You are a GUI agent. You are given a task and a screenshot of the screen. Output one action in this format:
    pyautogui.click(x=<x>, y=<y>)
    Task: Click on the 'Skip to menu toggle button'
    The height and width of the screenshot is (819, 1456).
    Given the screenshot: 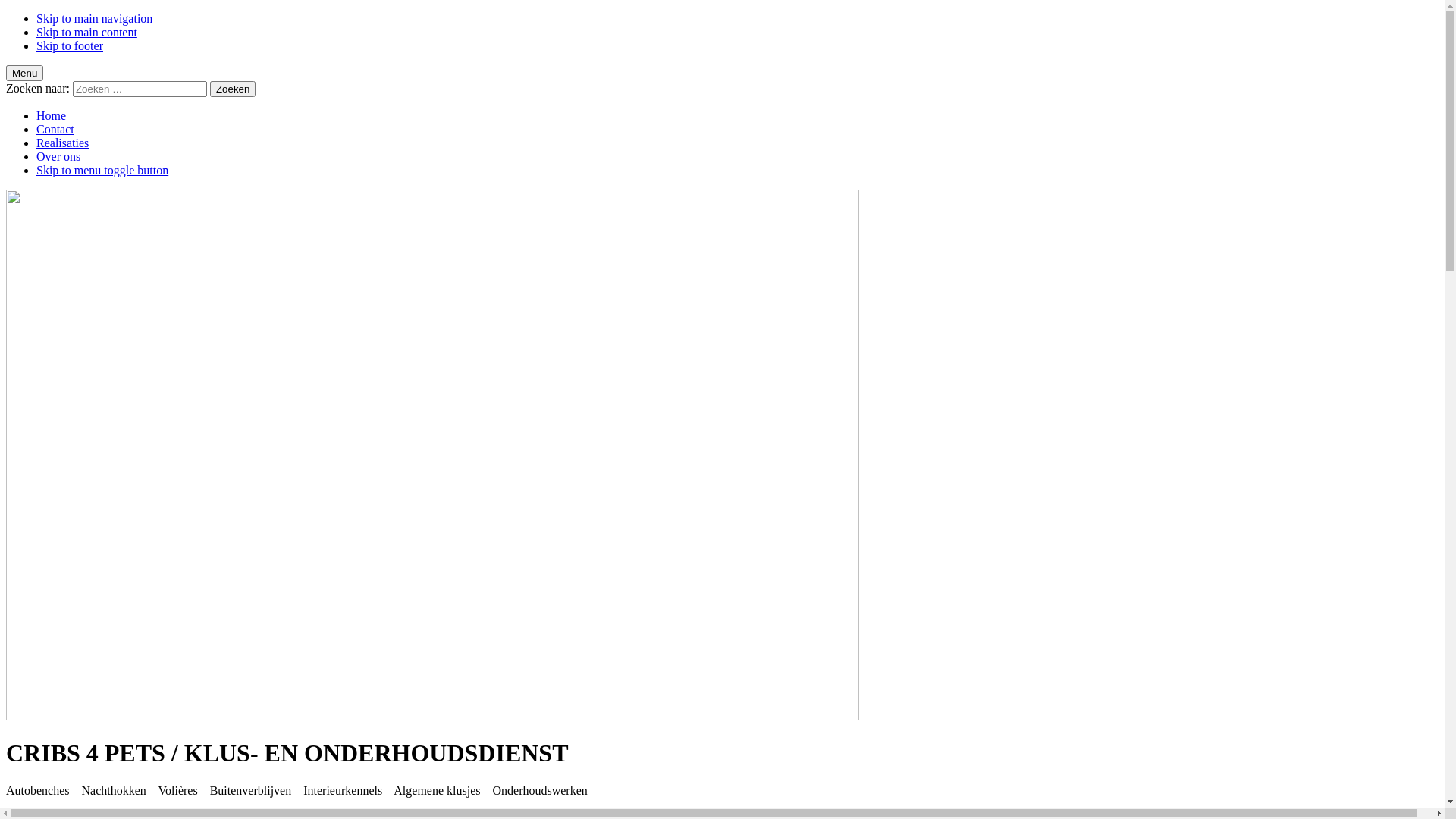 What is the action you would take?
    pyautogui.click(x=101, y=170)
    